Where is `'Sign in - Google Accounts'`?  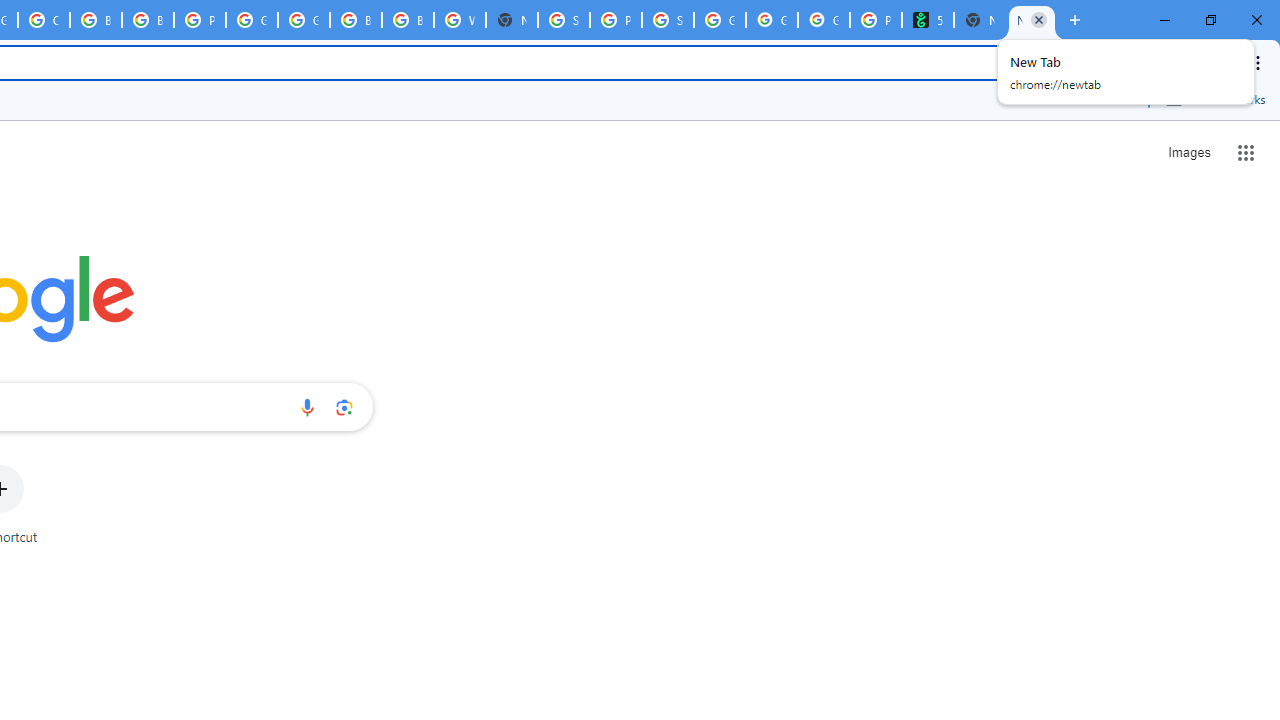
'Sign in - Google Accounts' is located at coordinates (562, 20).